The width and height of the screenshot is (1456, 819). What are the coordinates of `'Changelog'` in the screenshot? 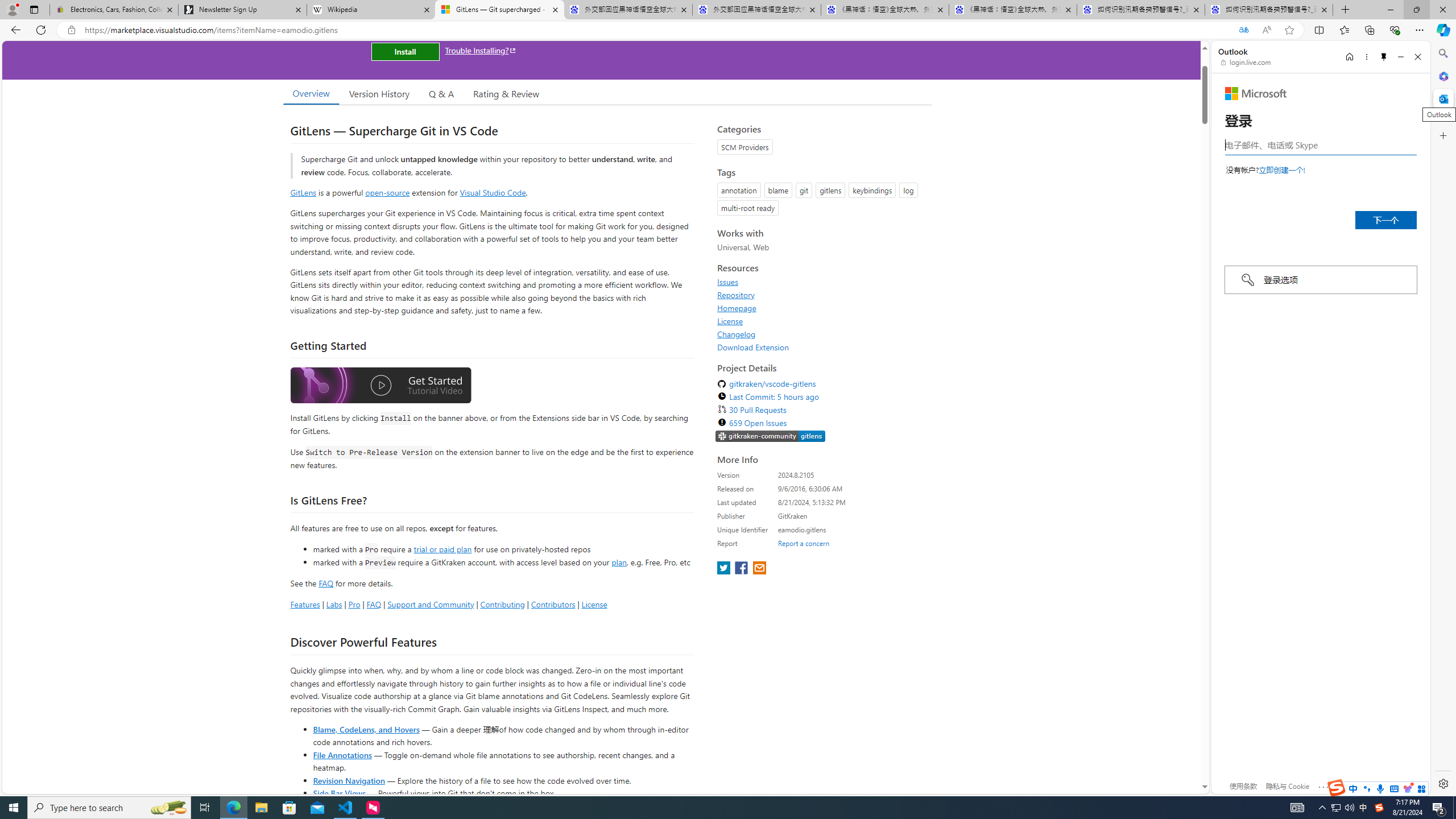 It's located at (737, 333).